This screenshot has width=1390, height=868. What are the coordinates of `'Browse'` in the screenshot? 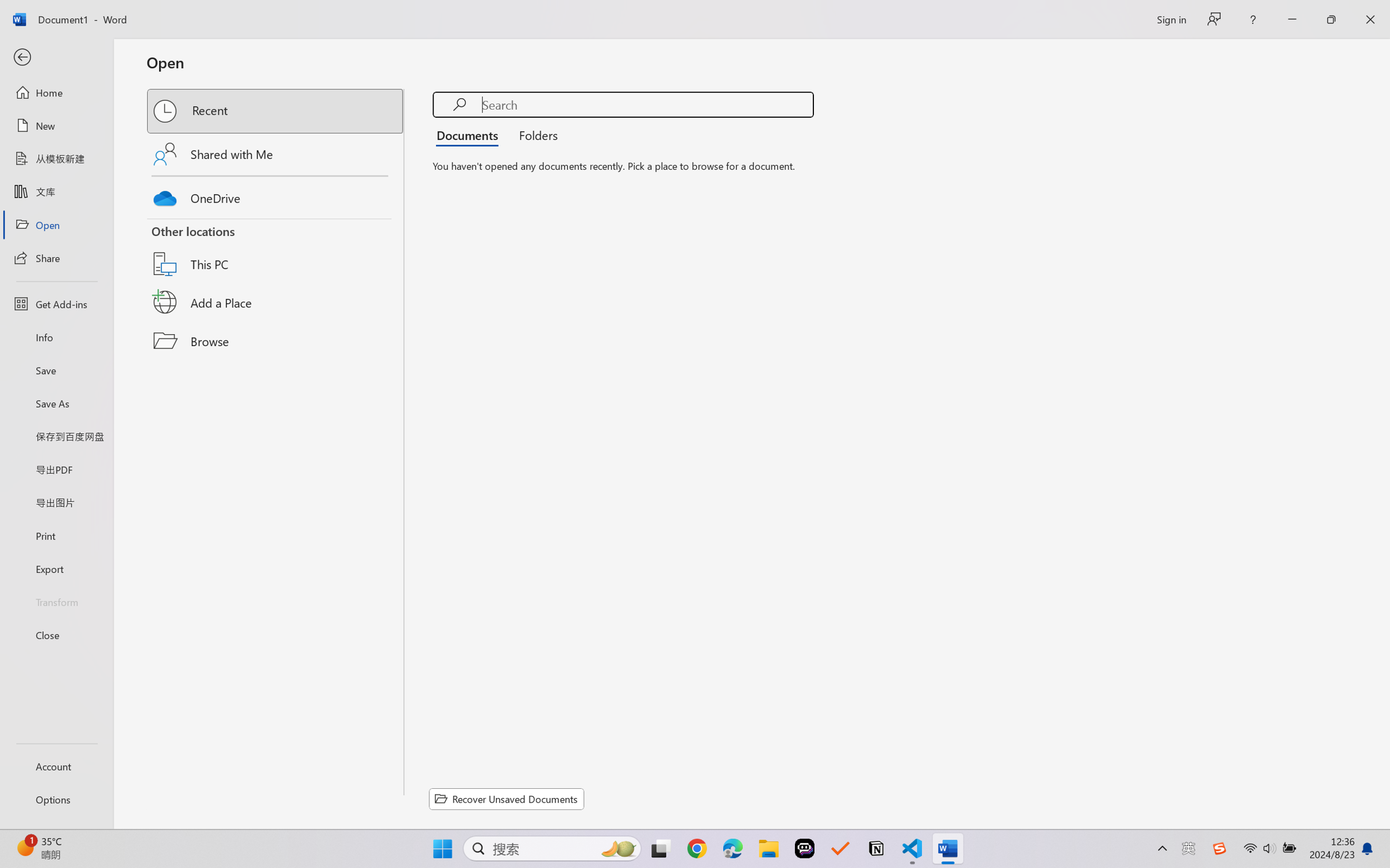 It's located at (276, 340).